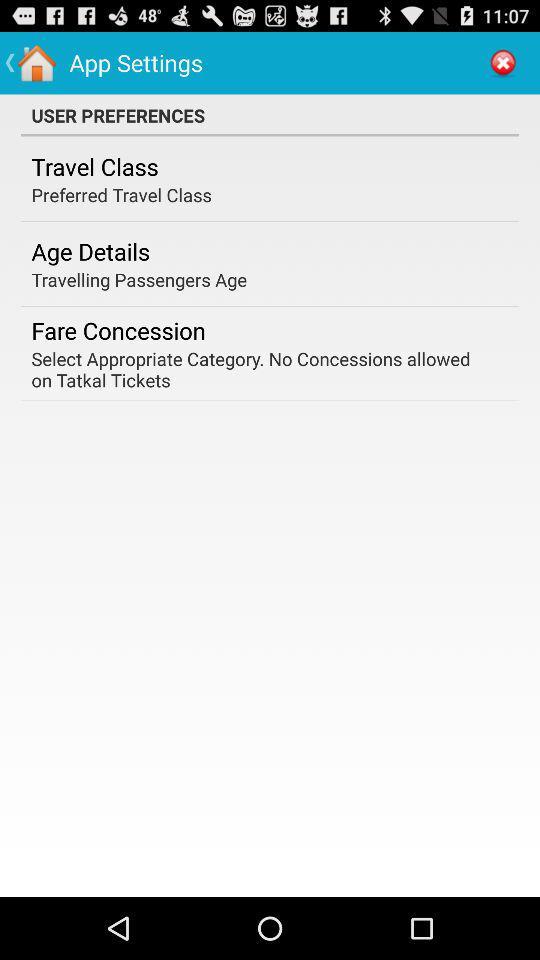  I want to click on the travelling passengers age app, so click(138, 278).